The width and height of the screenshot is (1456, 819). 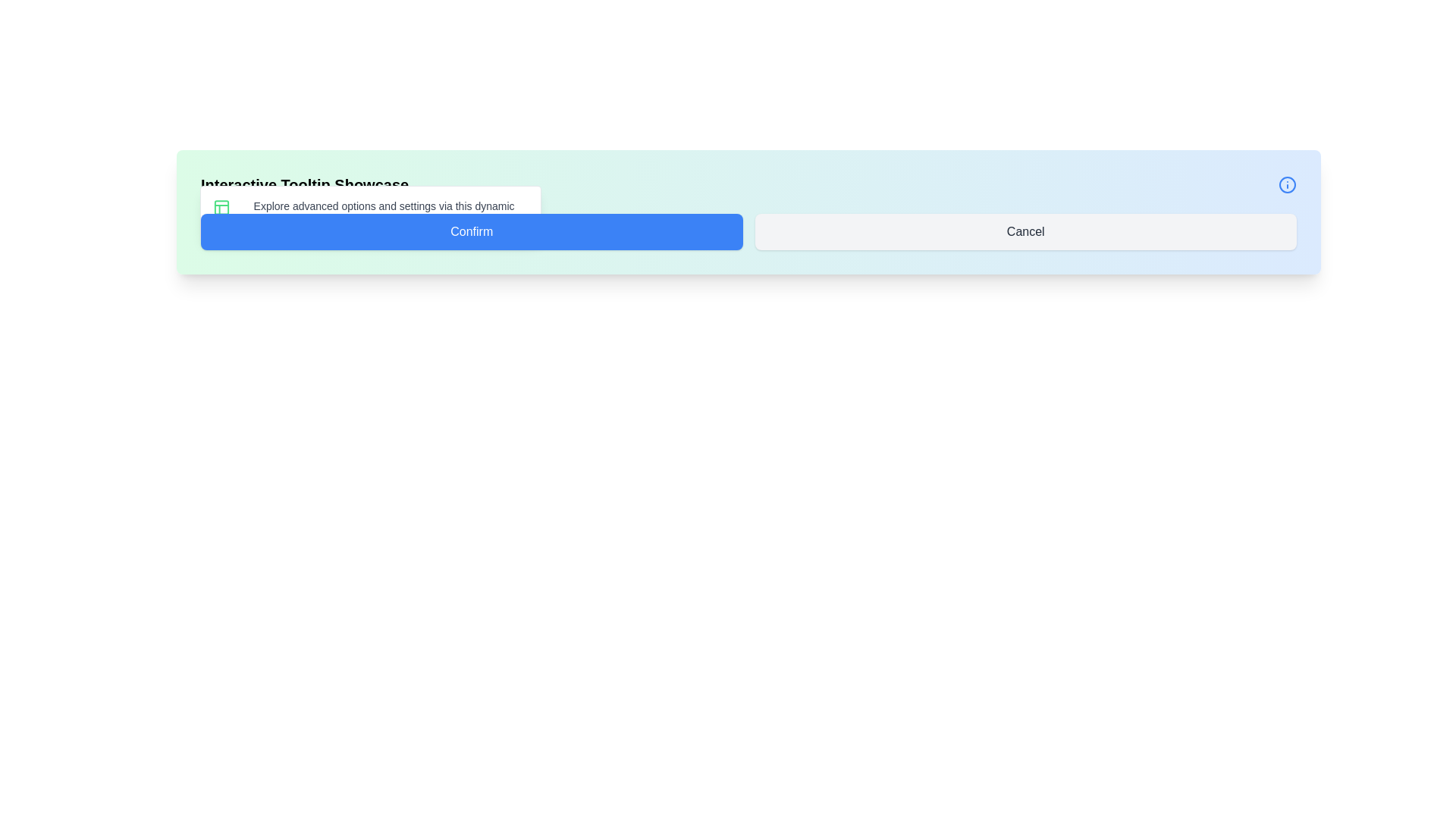 What do you see at coordinates (384, 213) in the screenshot?
I see `the Text Label that says 'Explore advanced options and settings via this dynamic feature.' located to the right of a control panel icon and above the blue 'Confirm' button` at bounding box center [384, 213].